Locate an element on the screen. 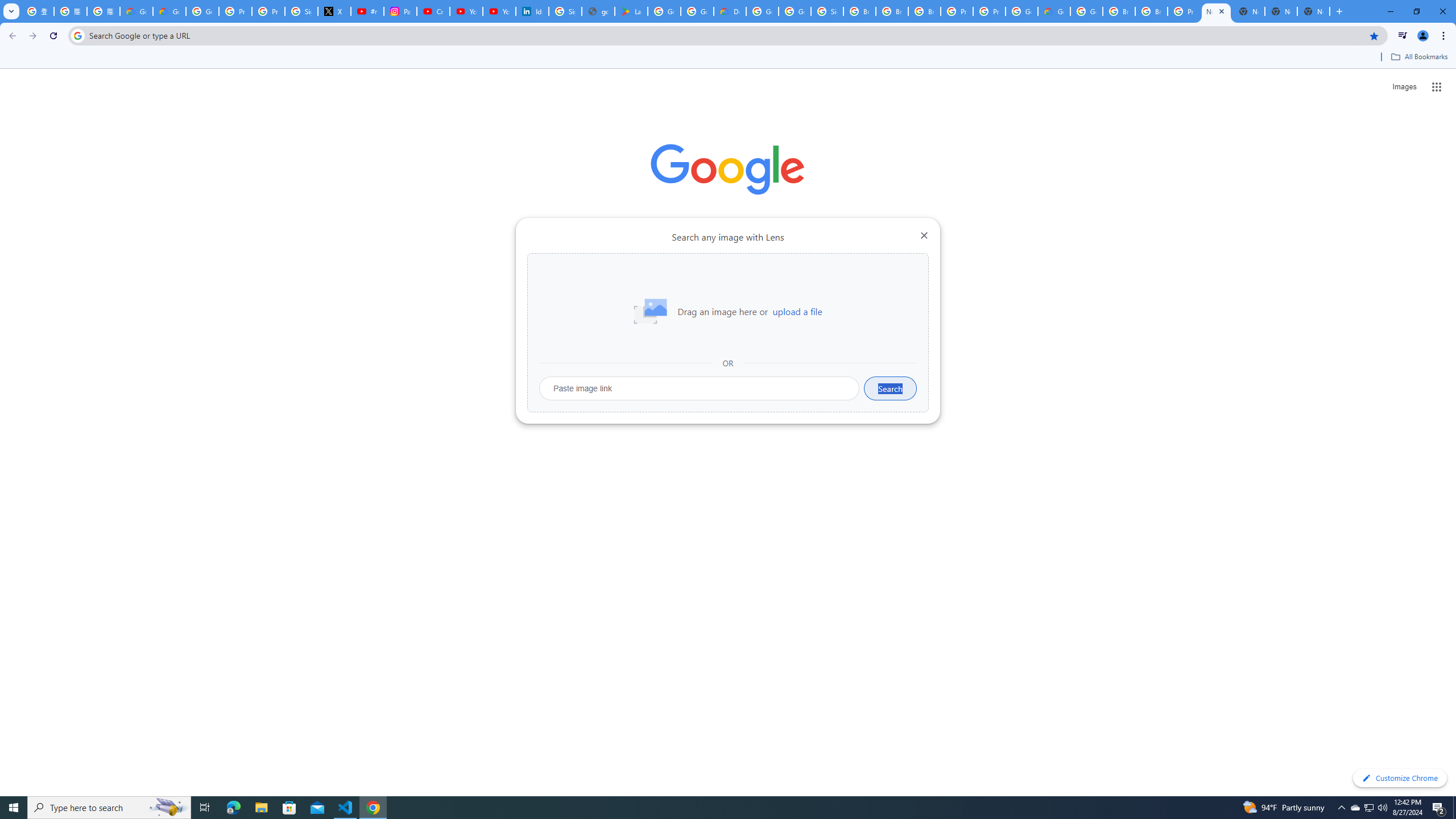 The image size is (1456, 819). 'Identity verification via Persona | LinkedIn Help' is located at coordinates (531, 11).